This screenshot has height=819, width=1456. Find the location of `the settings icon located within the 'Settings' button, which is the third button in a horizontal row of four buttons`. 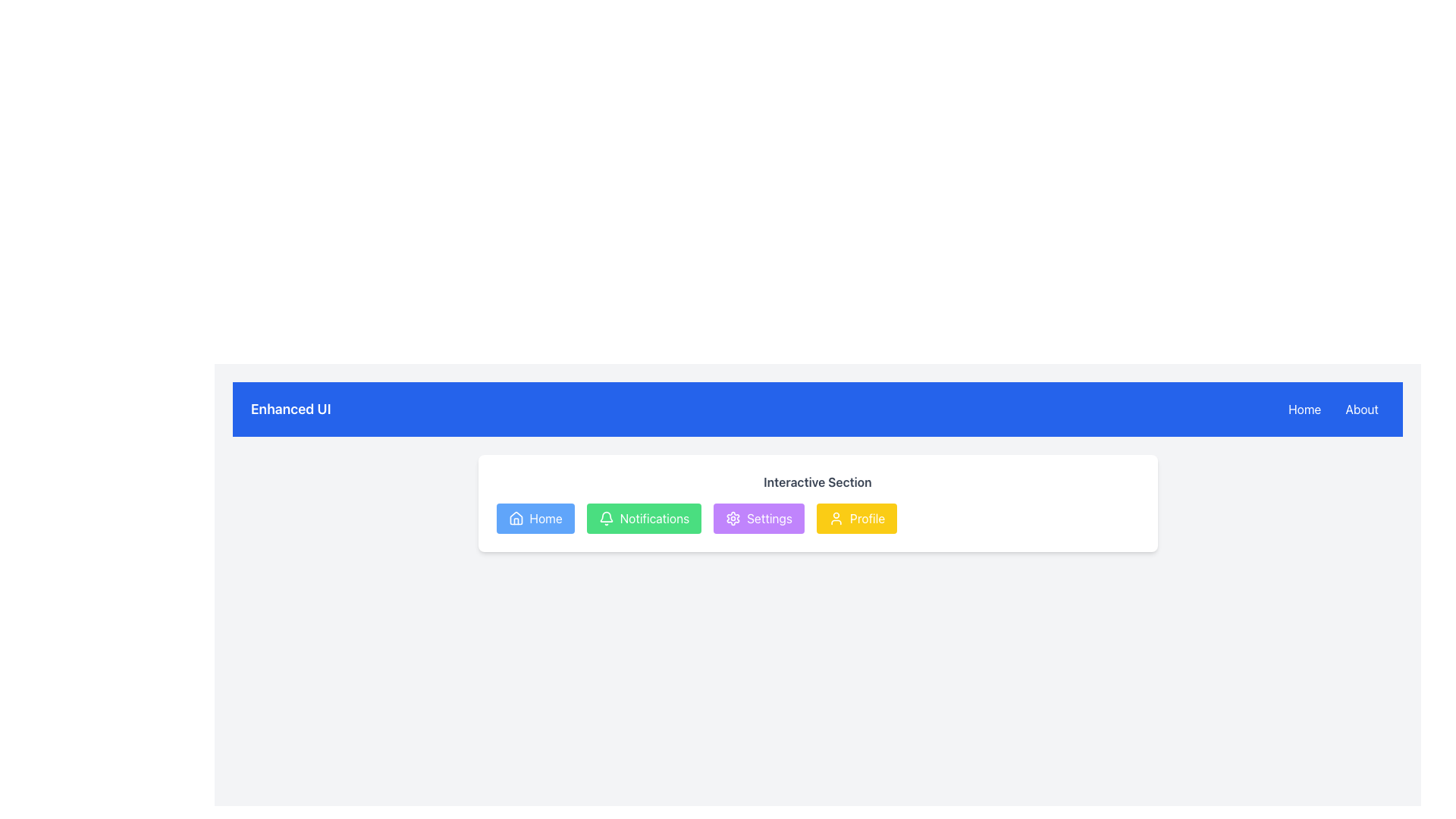

the settings icon located within the 'Settings' button, which is the third button in a horizontal row of four buttons is located at coordinates (733, 517).